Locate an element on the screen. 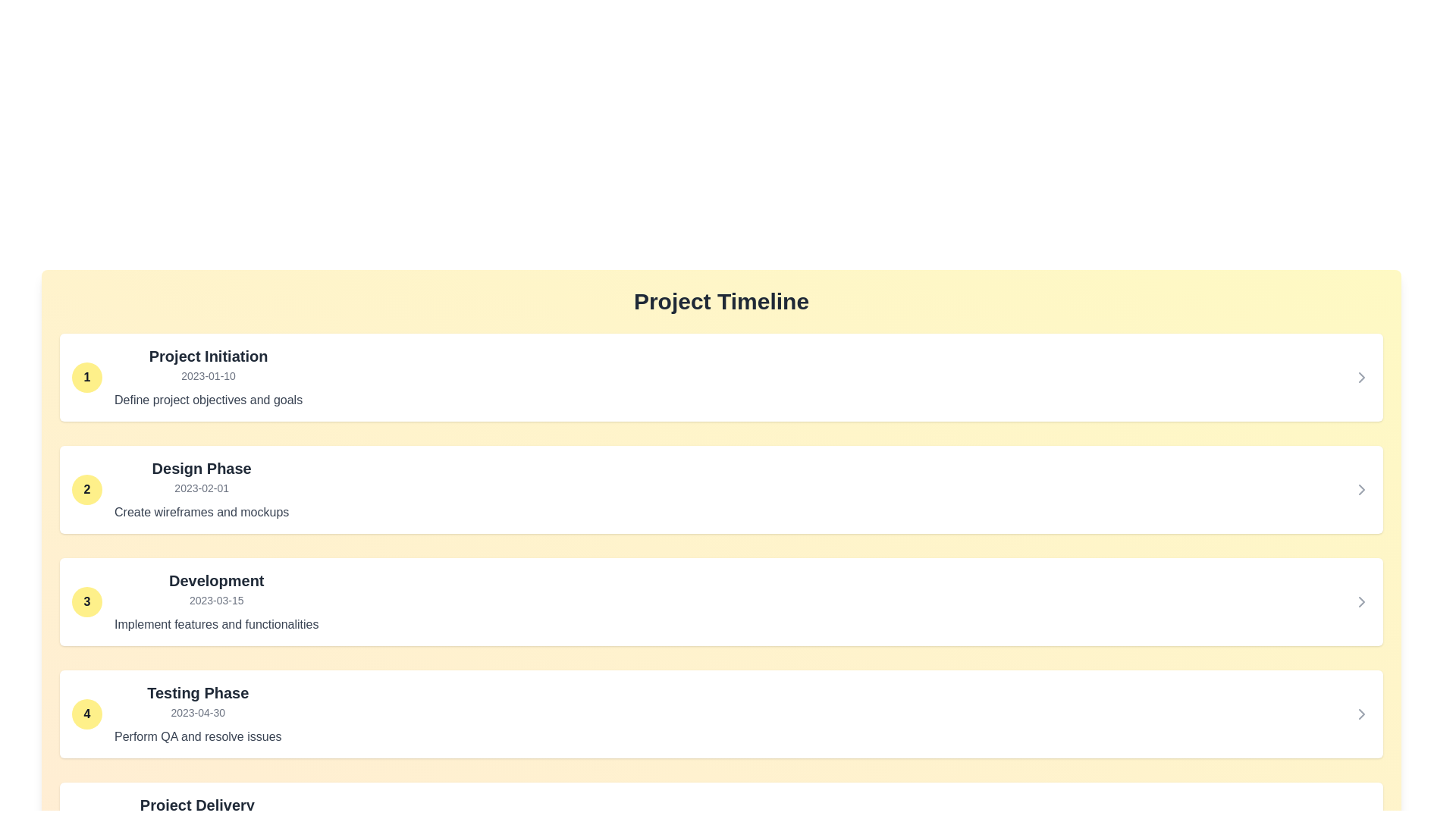  title 'Project Initiation' which is a bold, large-font text displayed prominently at the top of the project timeline section is located at coordinates (208, 356).